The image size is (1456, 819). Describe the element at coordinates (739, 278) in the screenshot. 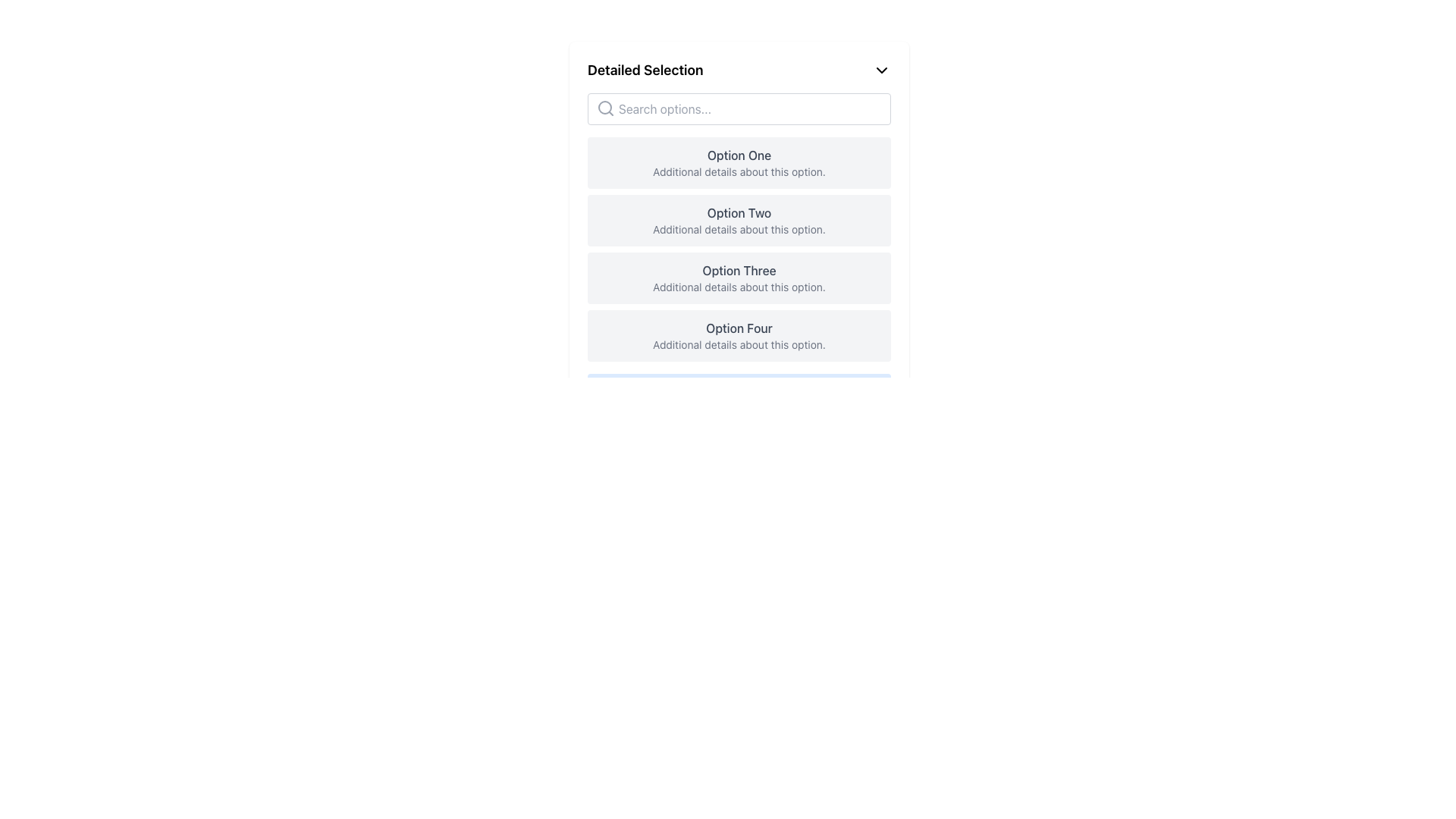

I see `the third selectable list item labeled 'Option Three'` at that location.